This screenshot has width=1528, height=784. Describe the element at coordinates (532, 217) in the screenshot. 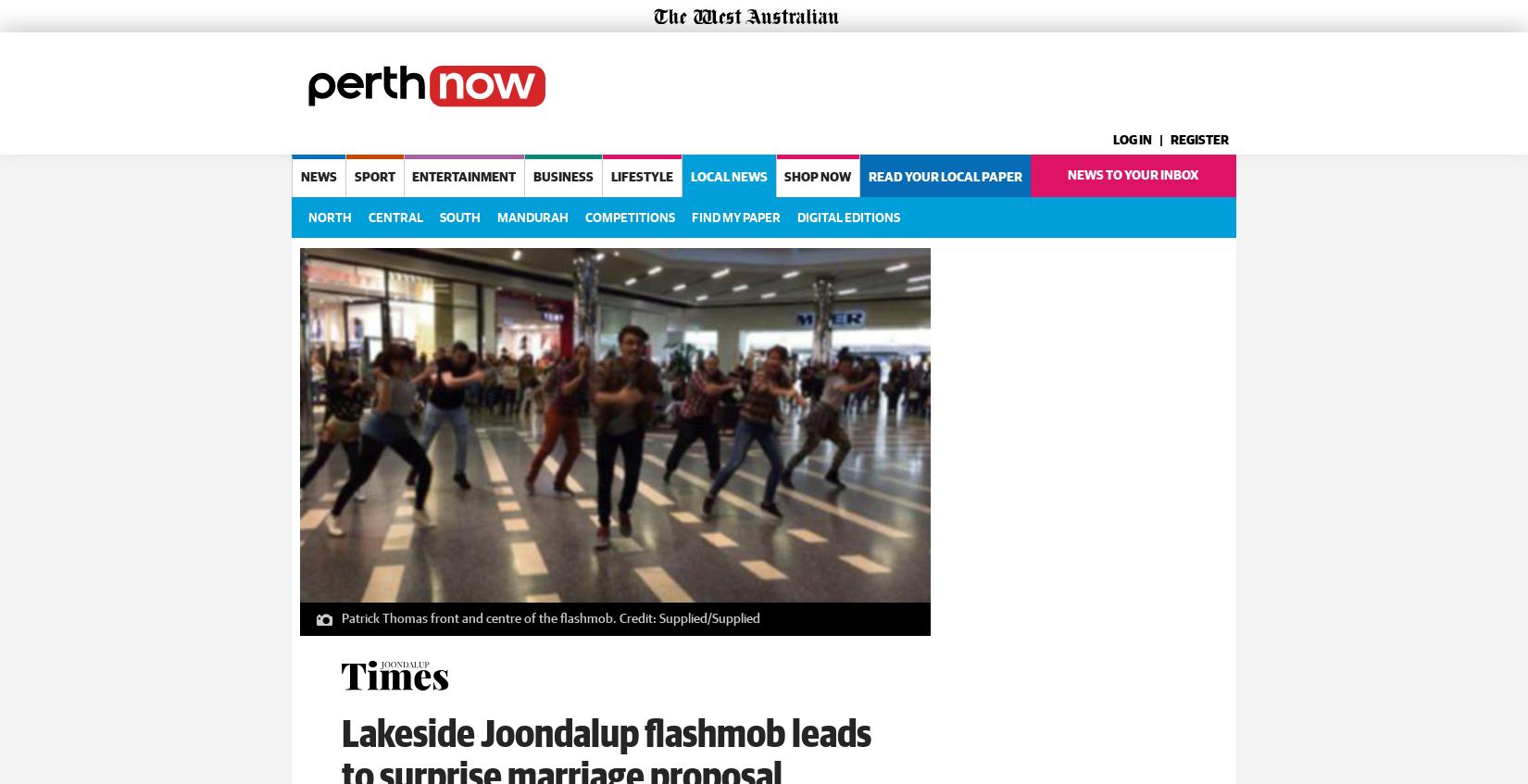

I see `'Mandurah'` at that location.